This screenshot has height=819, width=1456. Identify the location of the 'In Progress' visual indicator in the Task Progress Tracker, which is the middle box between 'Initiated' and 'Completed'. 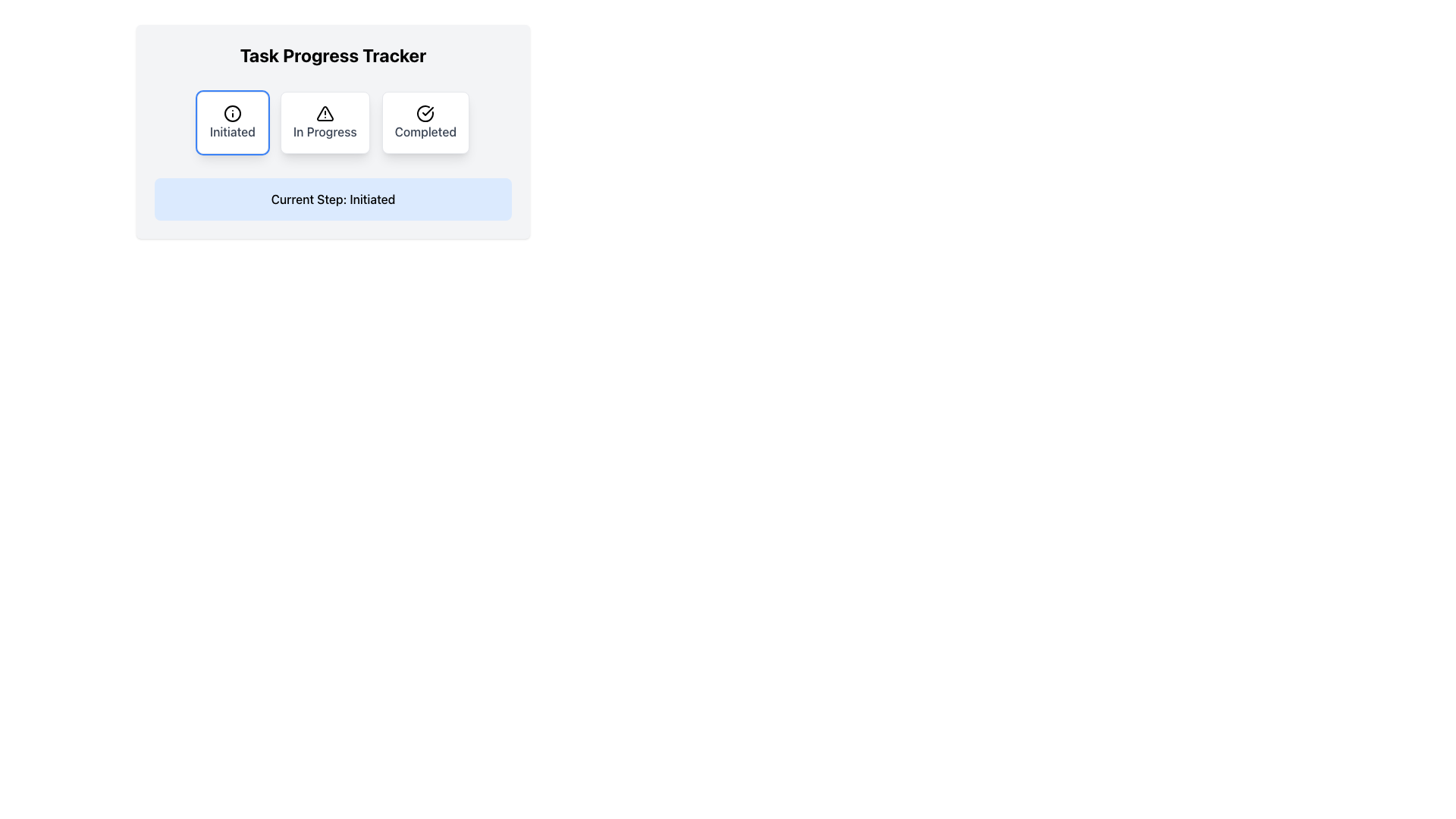
(324, 122).